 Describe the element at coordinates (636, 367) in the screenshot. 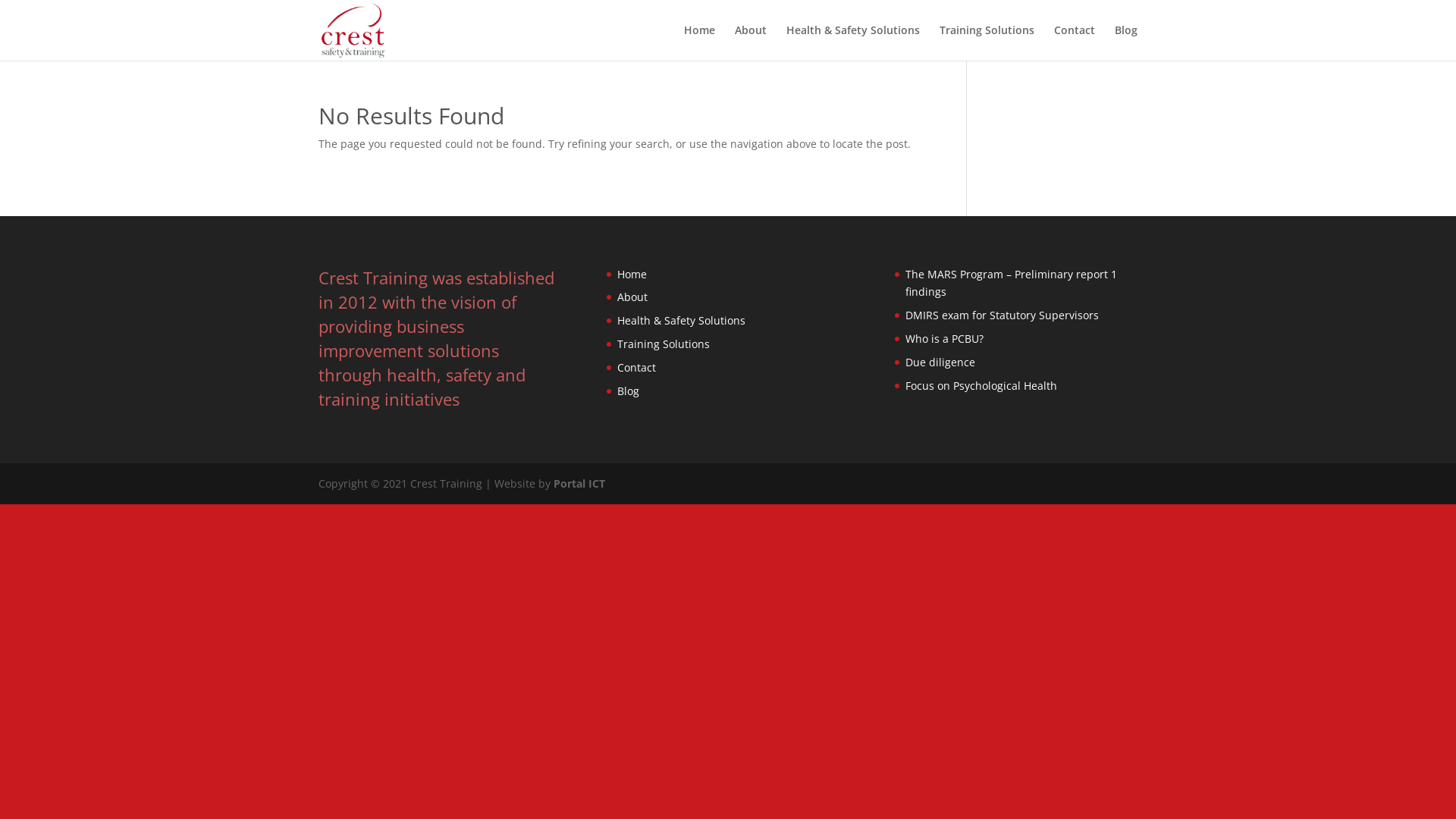

I see `'Contact'` at that location.